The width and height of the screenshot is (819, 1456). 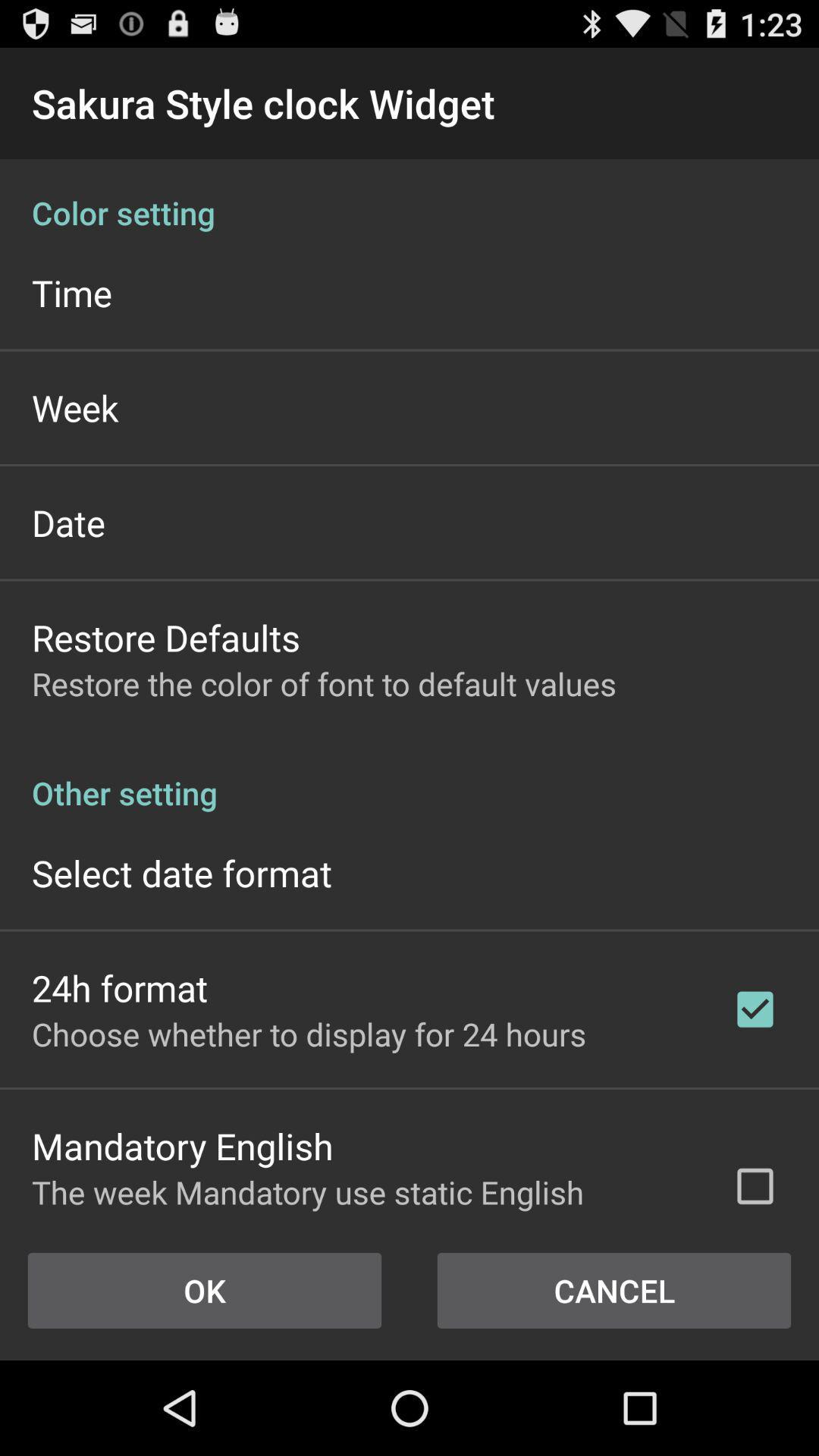 What do you see at coordinates (205, 1290) in the screenshot?
I see `the button to the left of the cancel` at bounding box center [205, 1290].